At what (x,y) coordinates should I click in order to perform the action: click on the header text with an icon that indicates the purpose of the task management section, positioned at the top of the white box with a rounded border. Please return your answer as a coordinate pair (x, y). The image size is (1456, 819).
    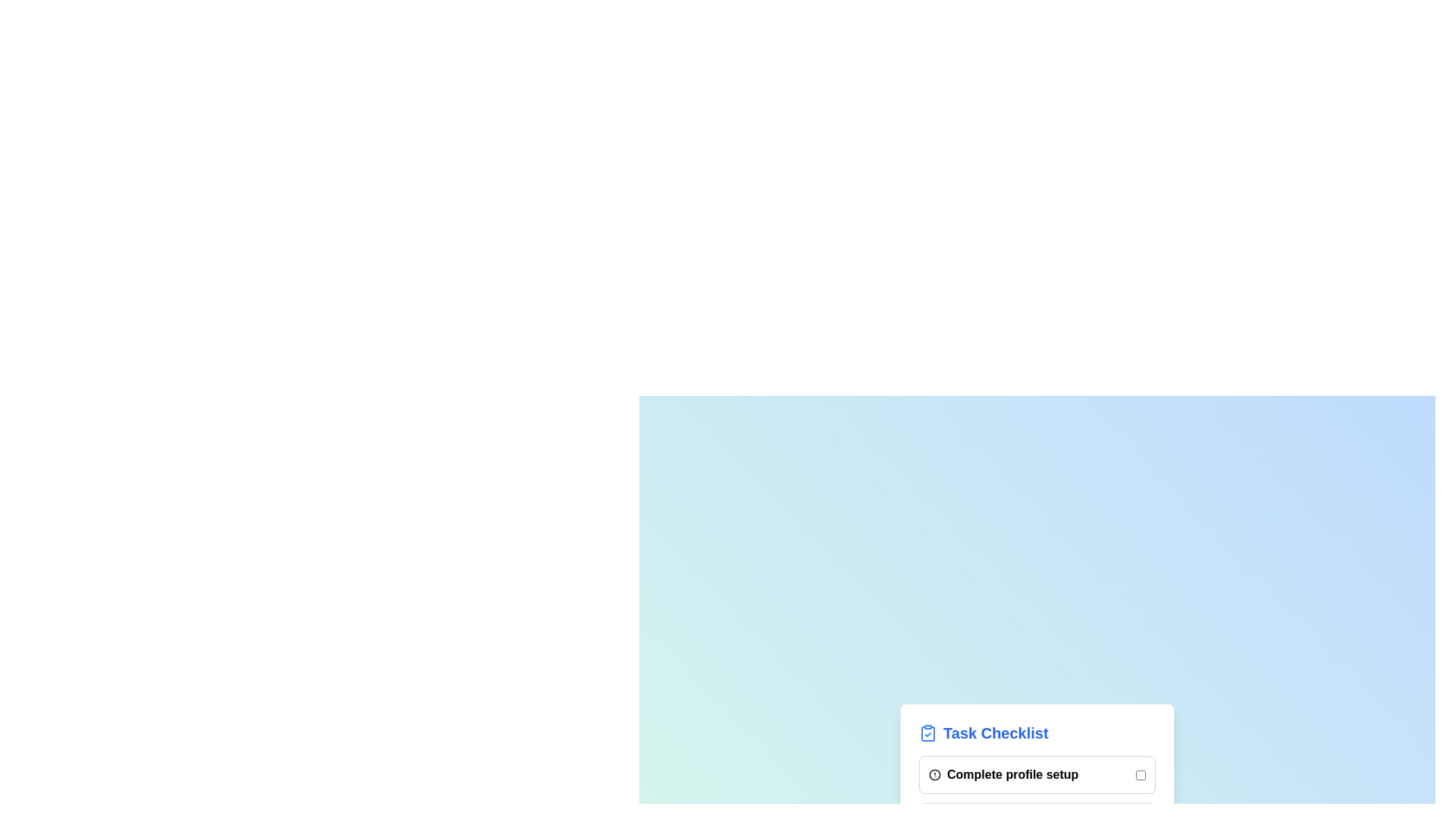
    Looking at the image, I should click on (1037, 733).